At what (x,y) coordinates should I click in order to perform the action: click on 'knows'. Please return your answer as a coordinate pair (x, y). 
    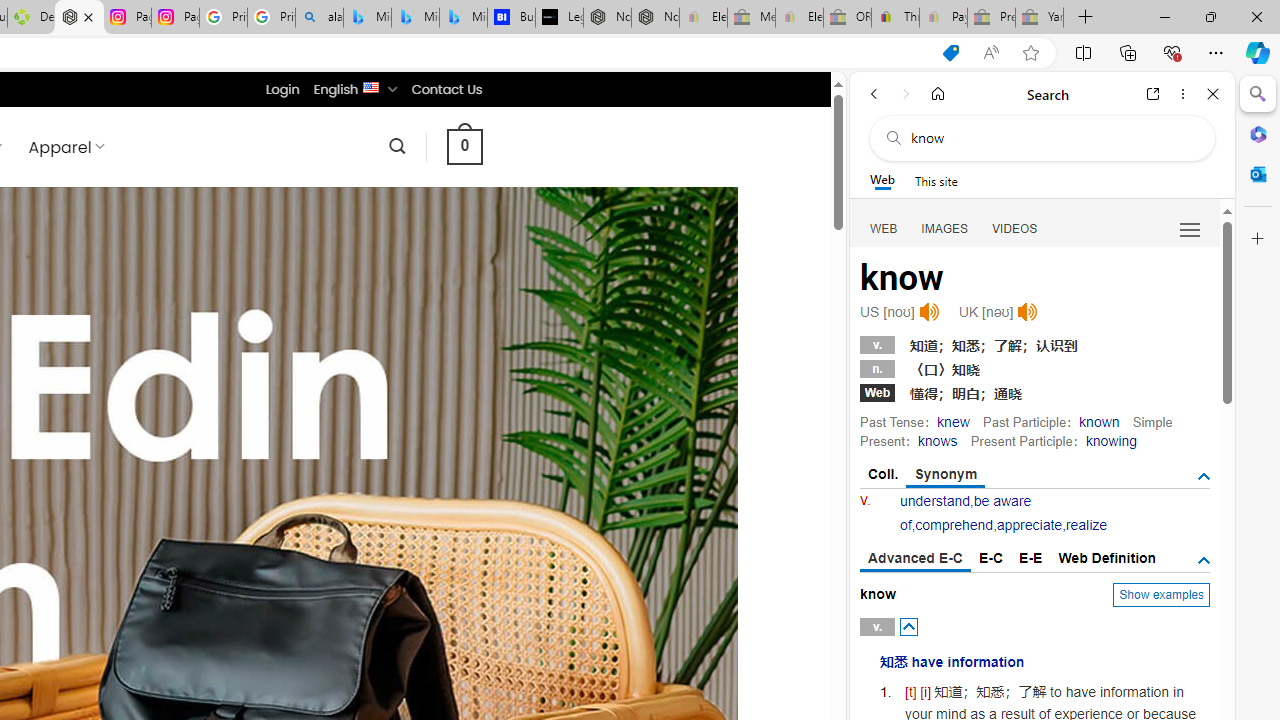
    Looking at the image, I should click on (935, 440).